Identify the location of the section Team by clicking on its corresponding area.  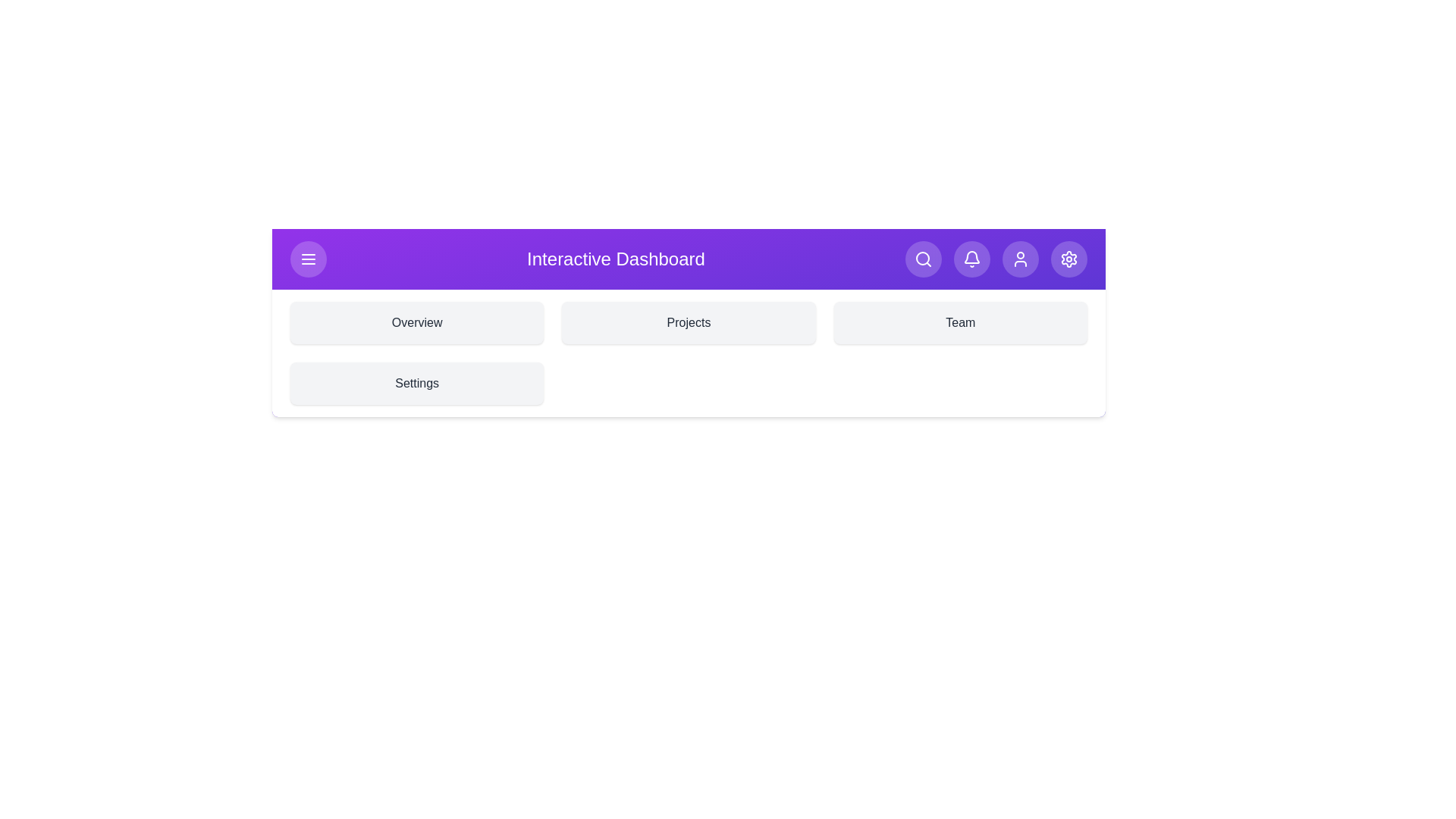
(959, 322).